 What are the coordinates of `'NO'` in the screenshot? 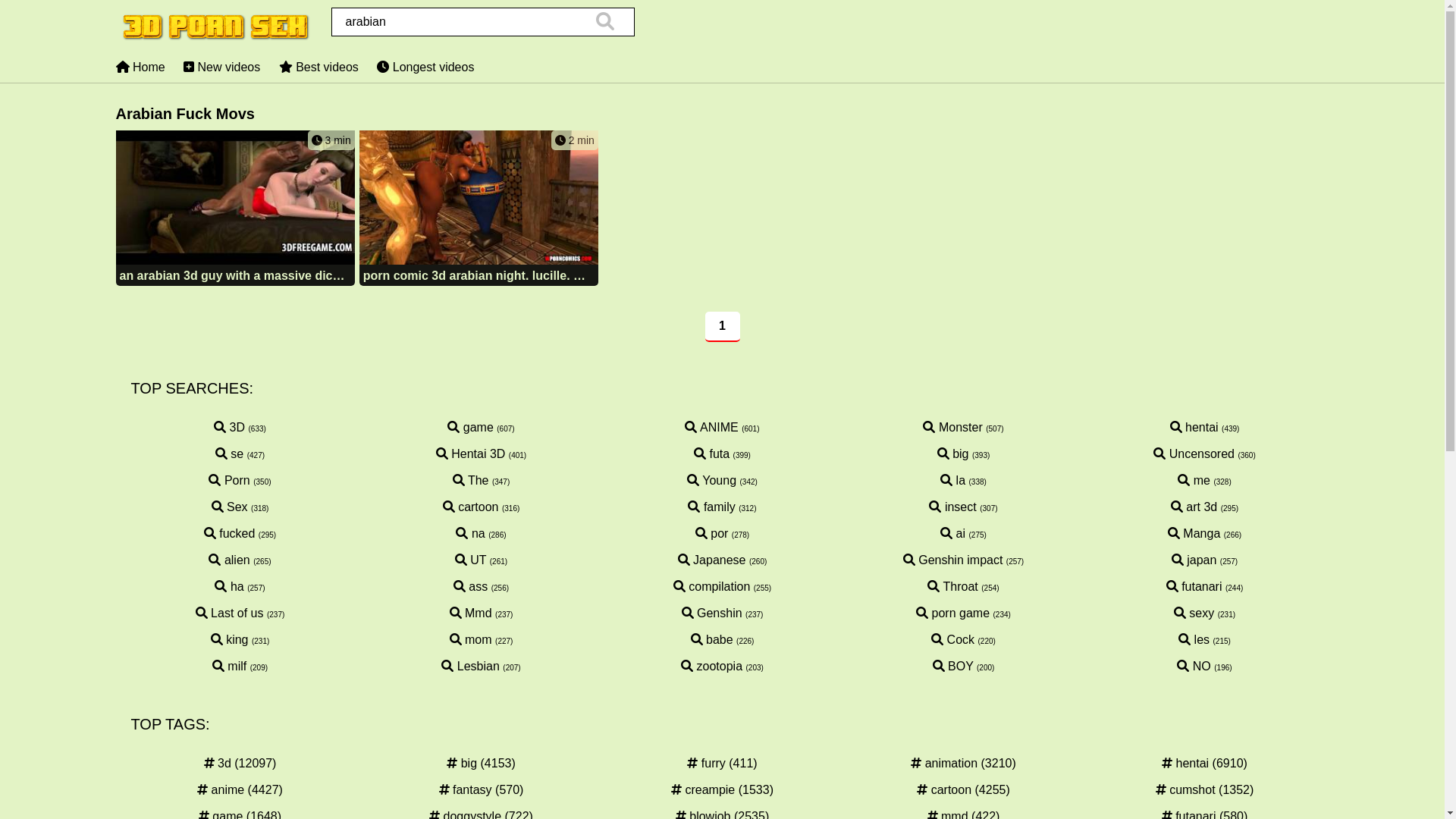 It's located at (1193, 665).